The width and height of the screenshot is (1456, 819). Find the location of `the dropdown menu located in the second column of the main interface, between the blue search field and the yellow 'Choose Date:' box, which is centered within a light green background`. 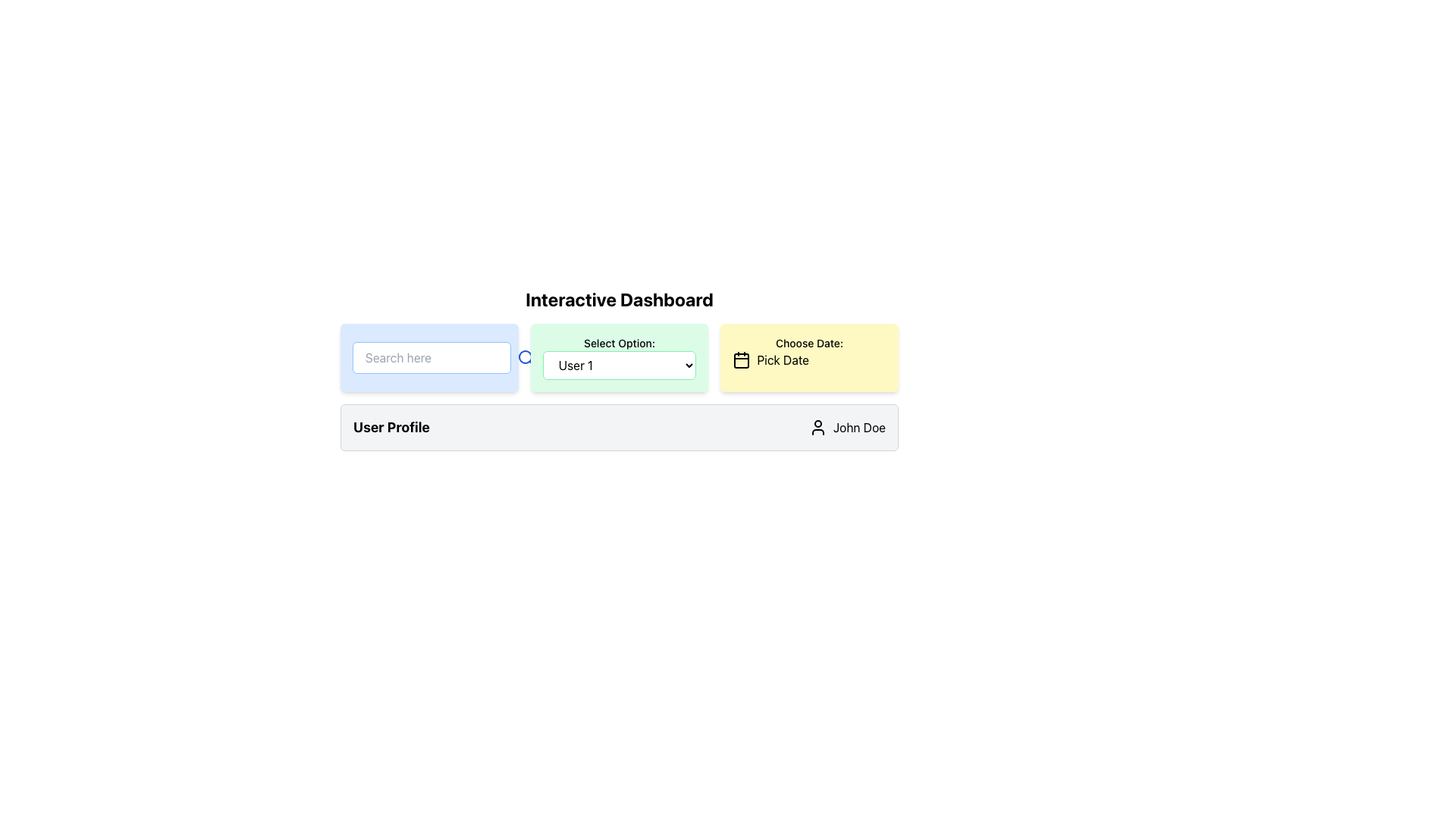

the dropdown menu located in the second column of the main interface, between the blue search field and the yellow 'Choose Date:' box, which is centered within a light green background is located at coordinates (619, 366).